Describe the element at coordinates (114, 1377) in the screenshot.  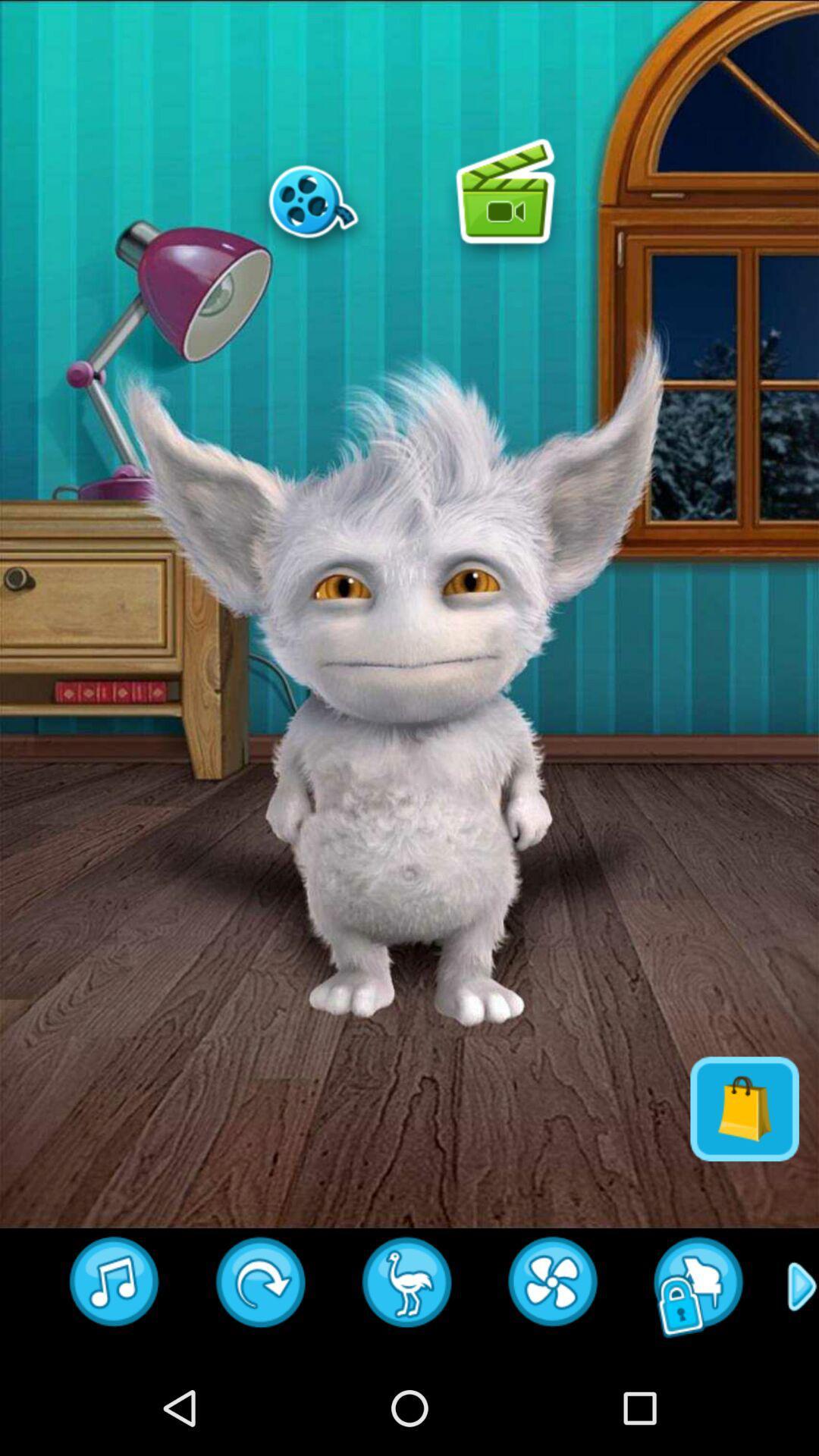
I see `the music icon` at that location.